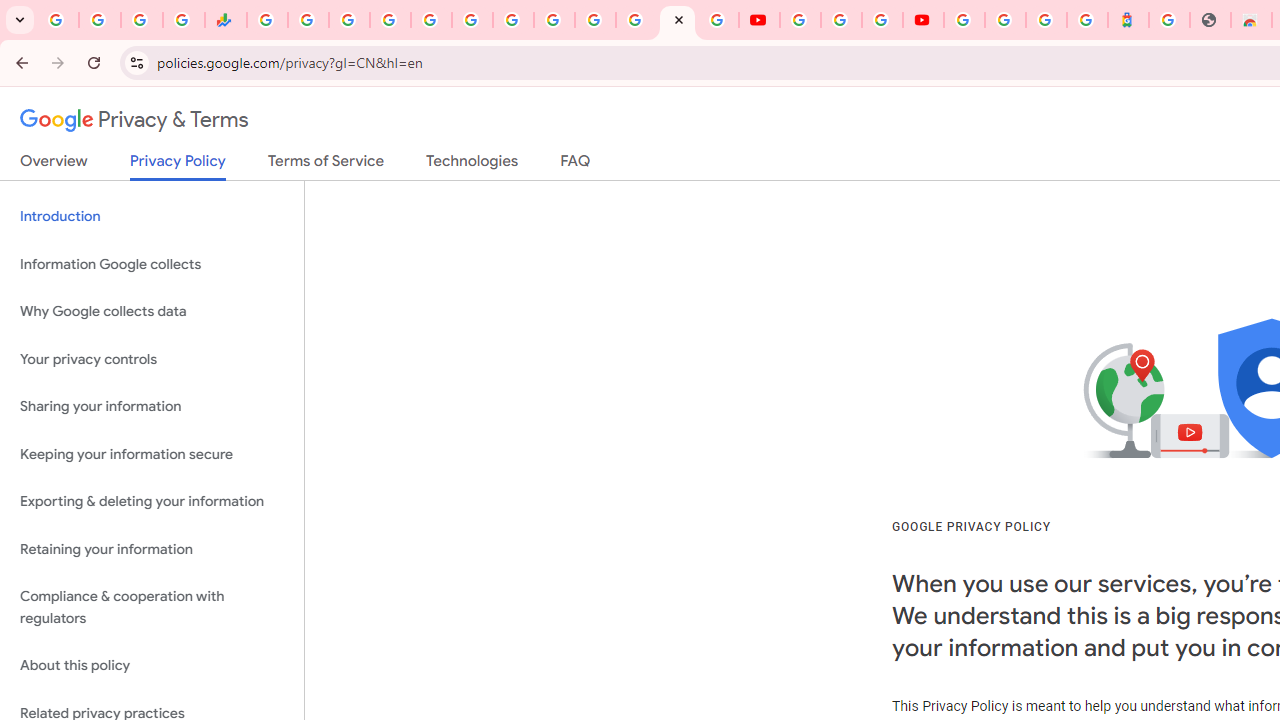 This screenshot has height=720, width=1280. What do you see at coordinates (151, 217) in the screenshot?
I see `'Introduction'` at bounding box center [151, 217].